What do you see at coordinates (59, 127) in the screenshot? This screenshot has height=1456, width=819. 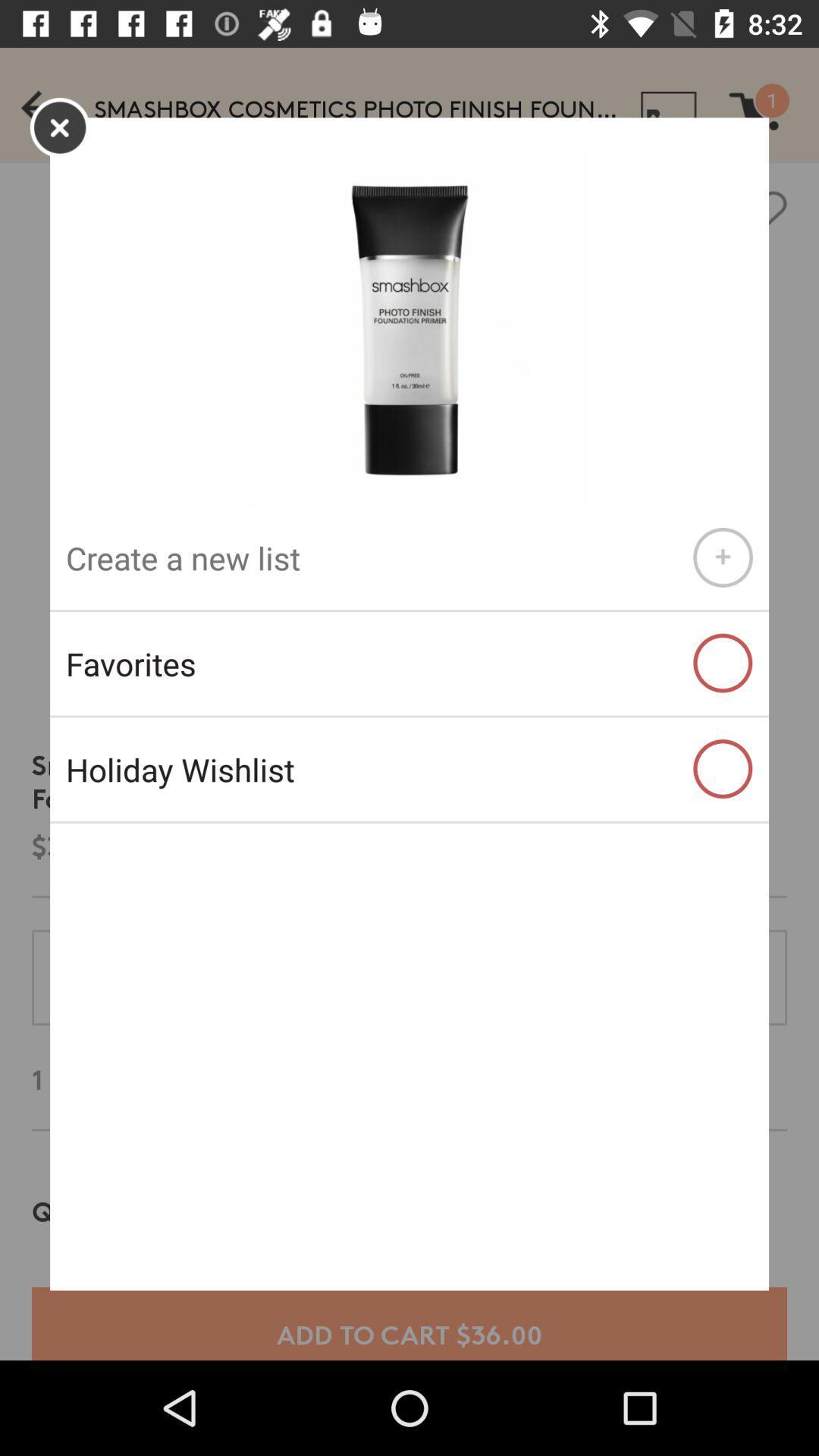 I see `the close icon` at bounding box center [59, 127].